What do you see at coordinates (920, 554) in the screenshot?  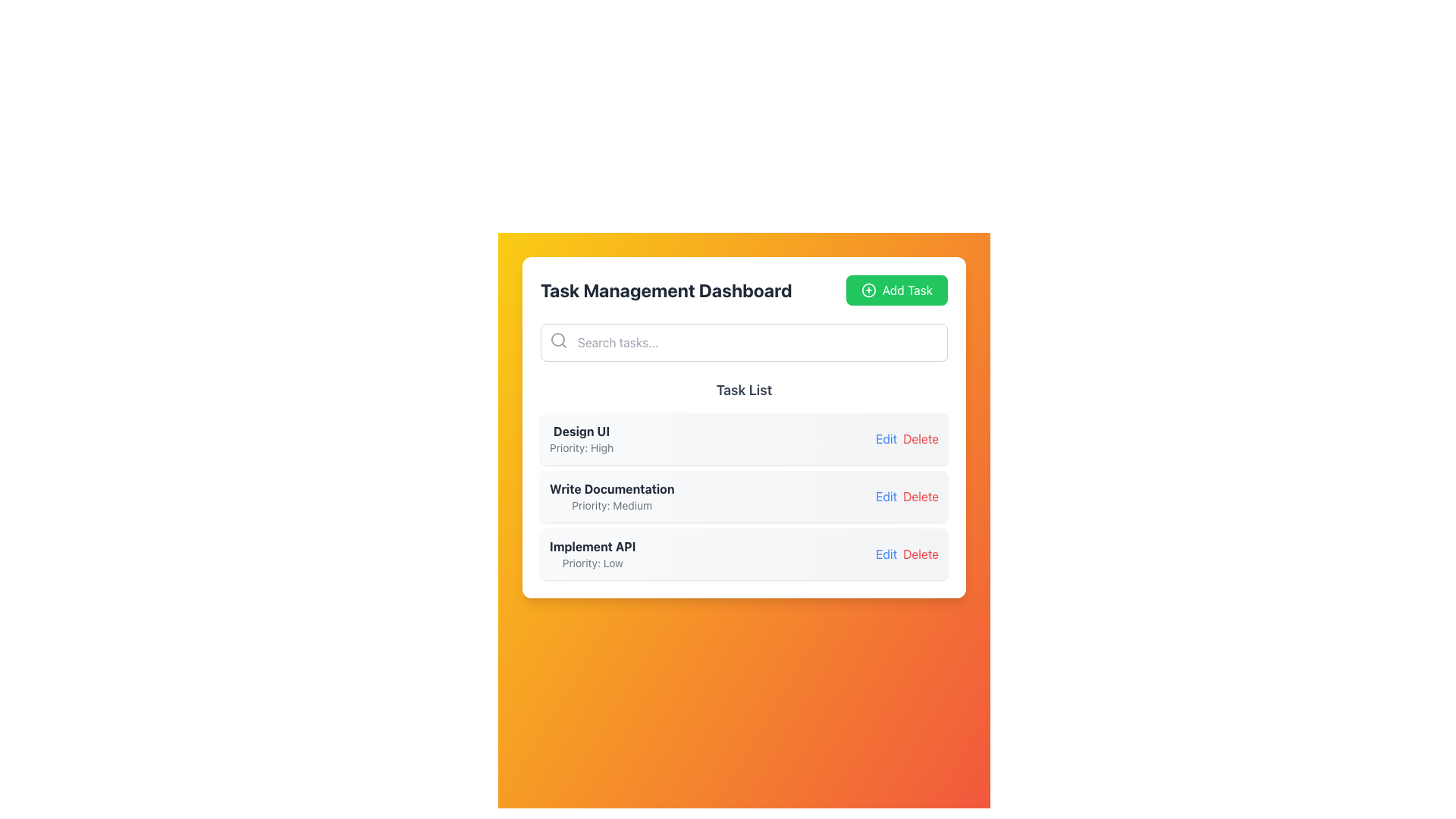 I see `the red 'Delete' text link, which is styled to change appearance when hovered over, located to the right of the 'Edit' link in the task entry for 'Implement API.'` at bounding box center [920, 554].